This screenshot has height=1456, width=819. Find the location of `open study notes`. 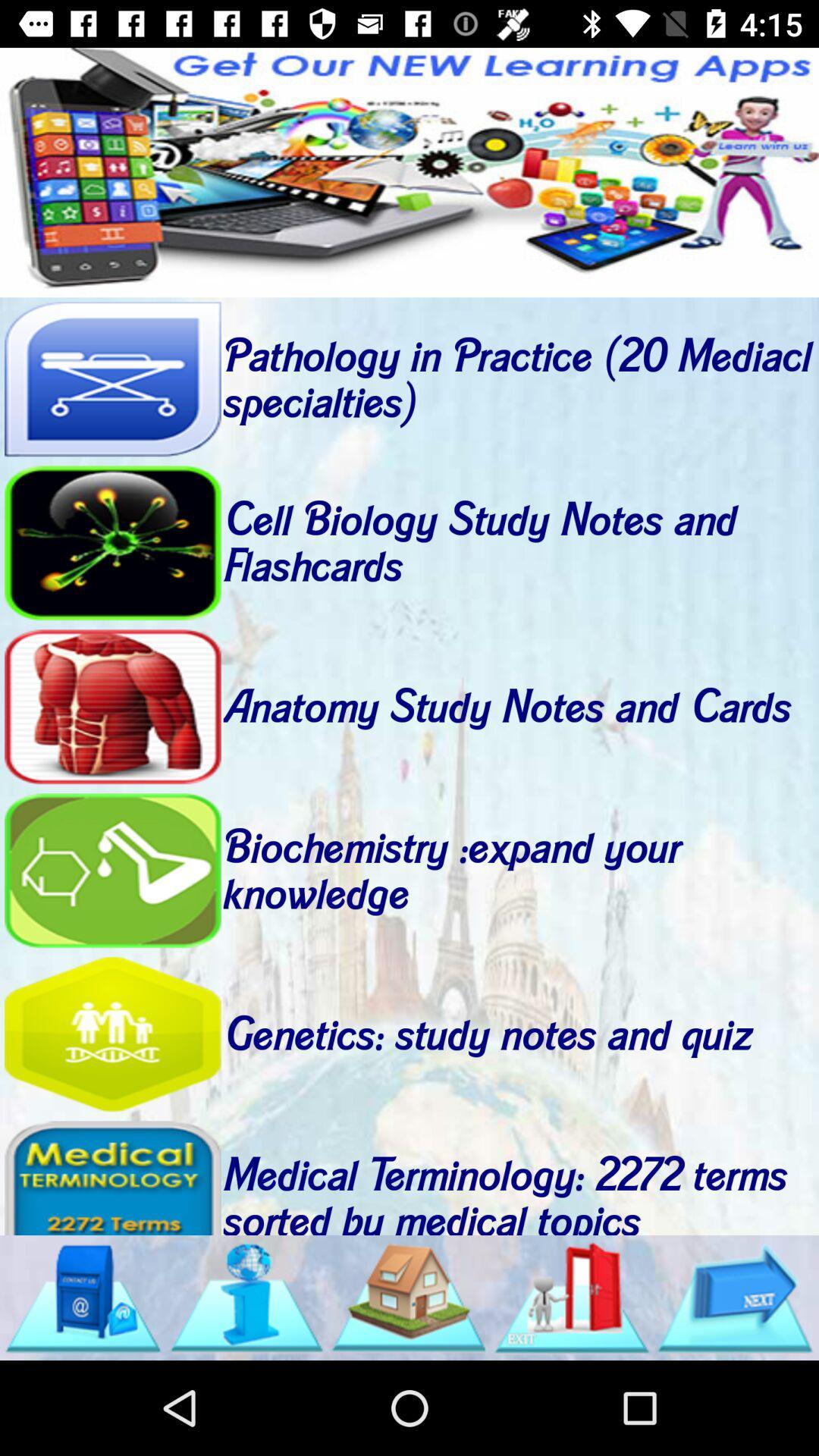

open study notes is located at coordinates (111, 543).